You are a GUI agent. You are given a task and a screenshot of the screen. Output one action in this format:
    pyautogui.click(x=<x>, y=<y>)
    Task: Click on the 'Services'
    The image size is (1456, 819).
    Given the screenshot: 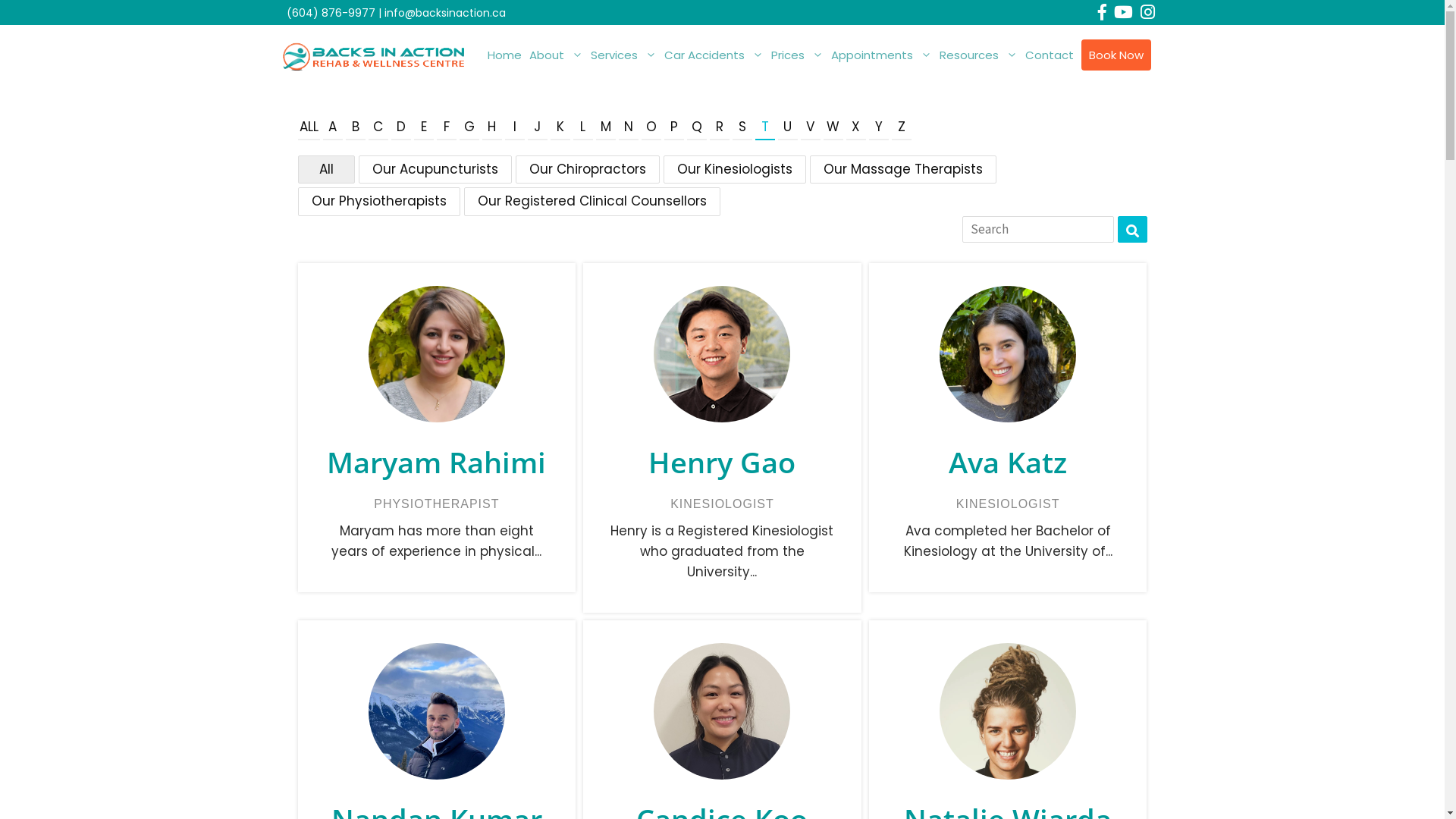 What is the action you would take?
    pyautogui.click(x=623, y=55)
    